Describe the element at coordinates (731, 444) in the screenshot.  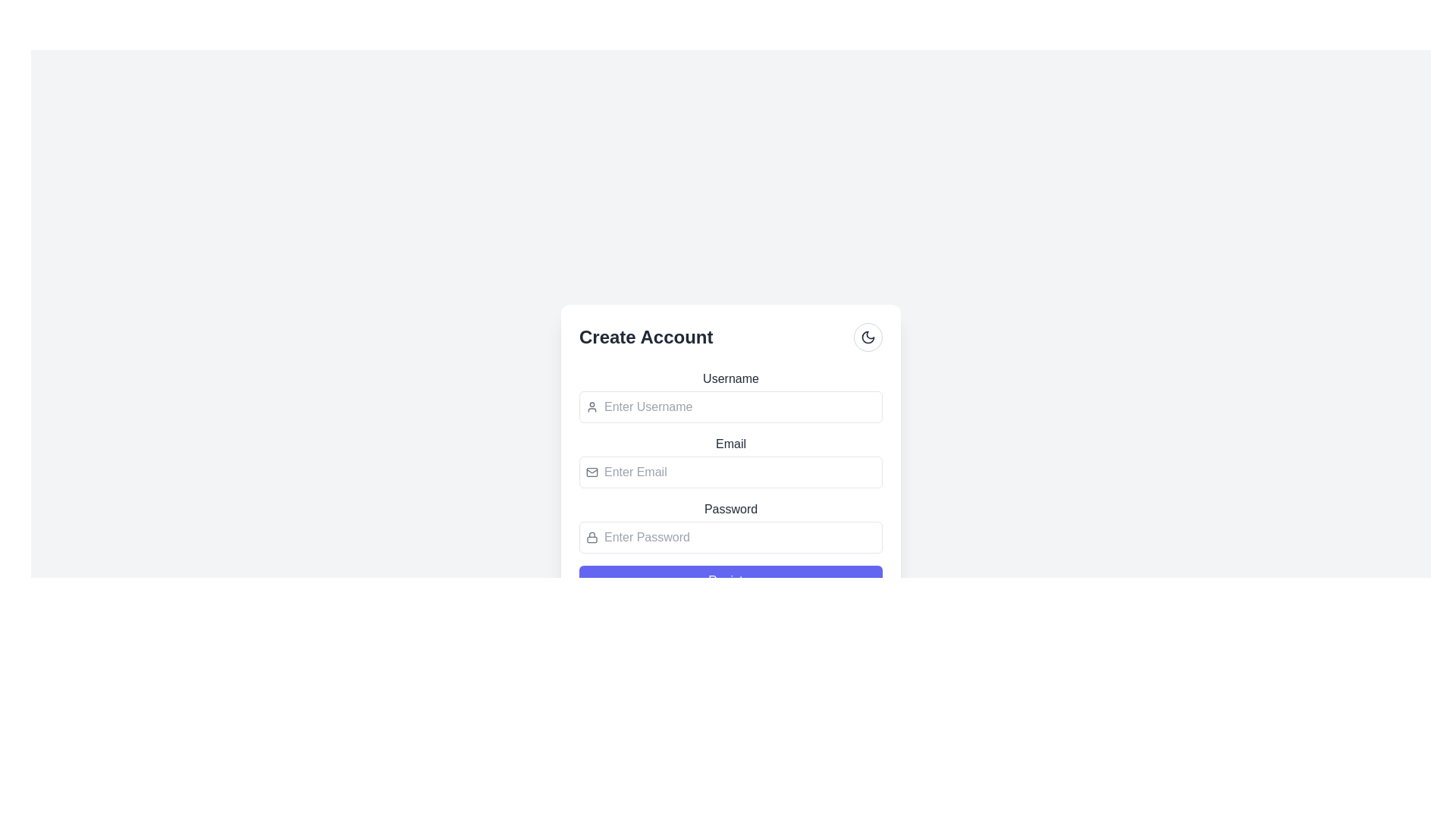
I see `the text label indicating the email input field, which is positioned above the email entry field in the middle section of the form layout` at that location.